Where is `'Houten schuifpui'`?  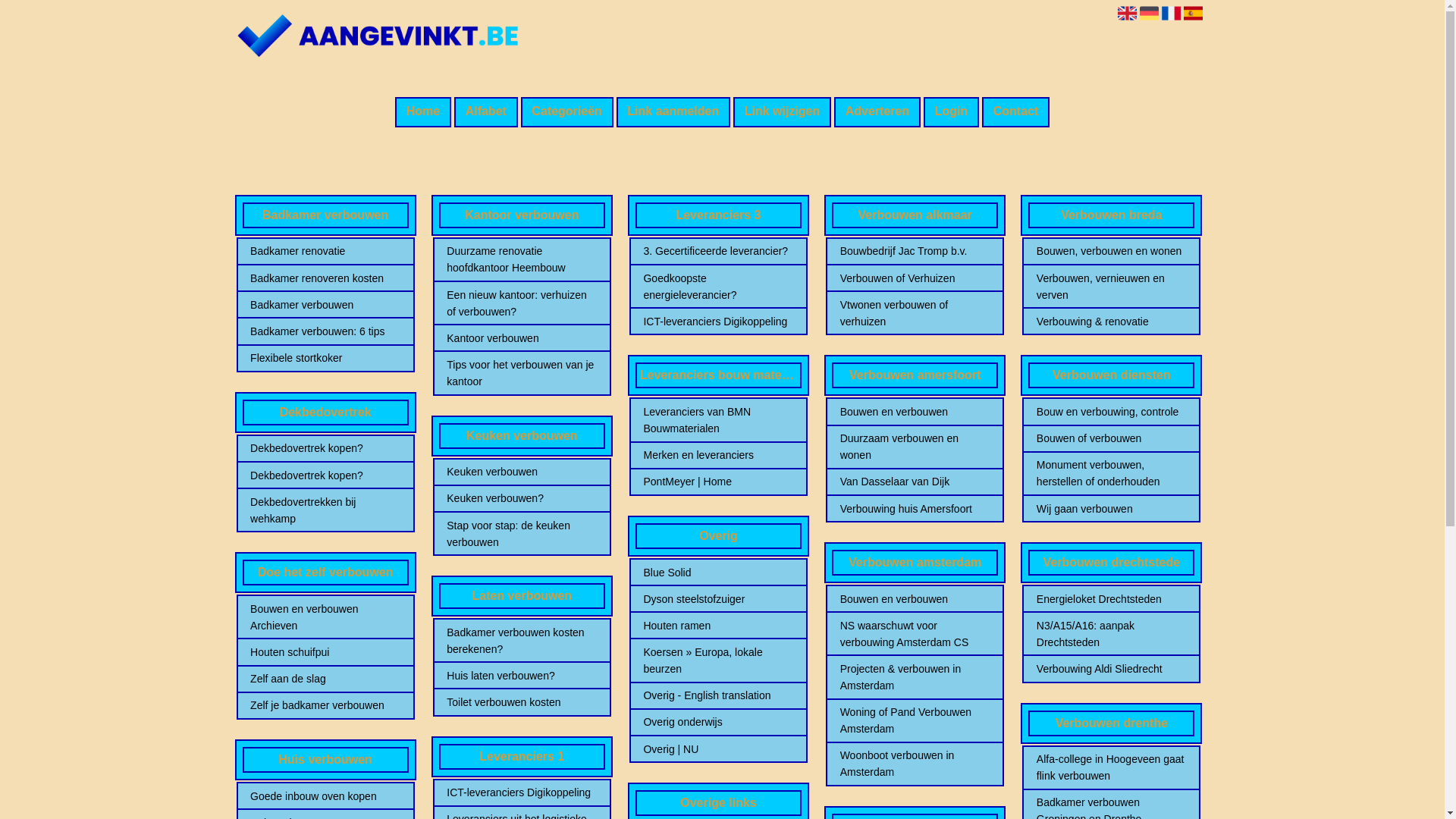
'Houten schuifpui' is located at coordinates (250, 651).